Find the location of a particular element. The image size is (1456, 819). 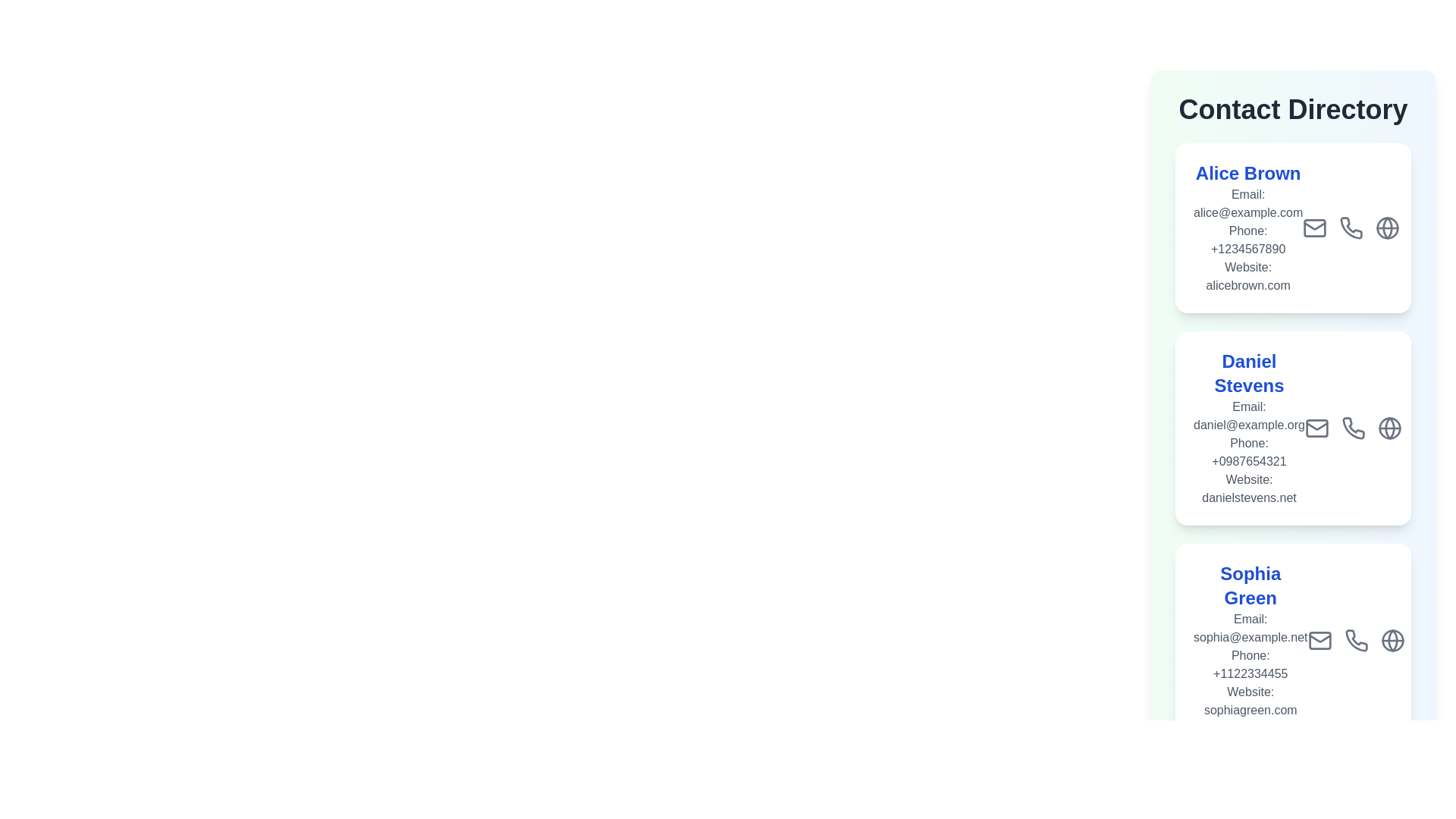

the website icon for the contact Sophia Green is located at coordinates (1392, 701).